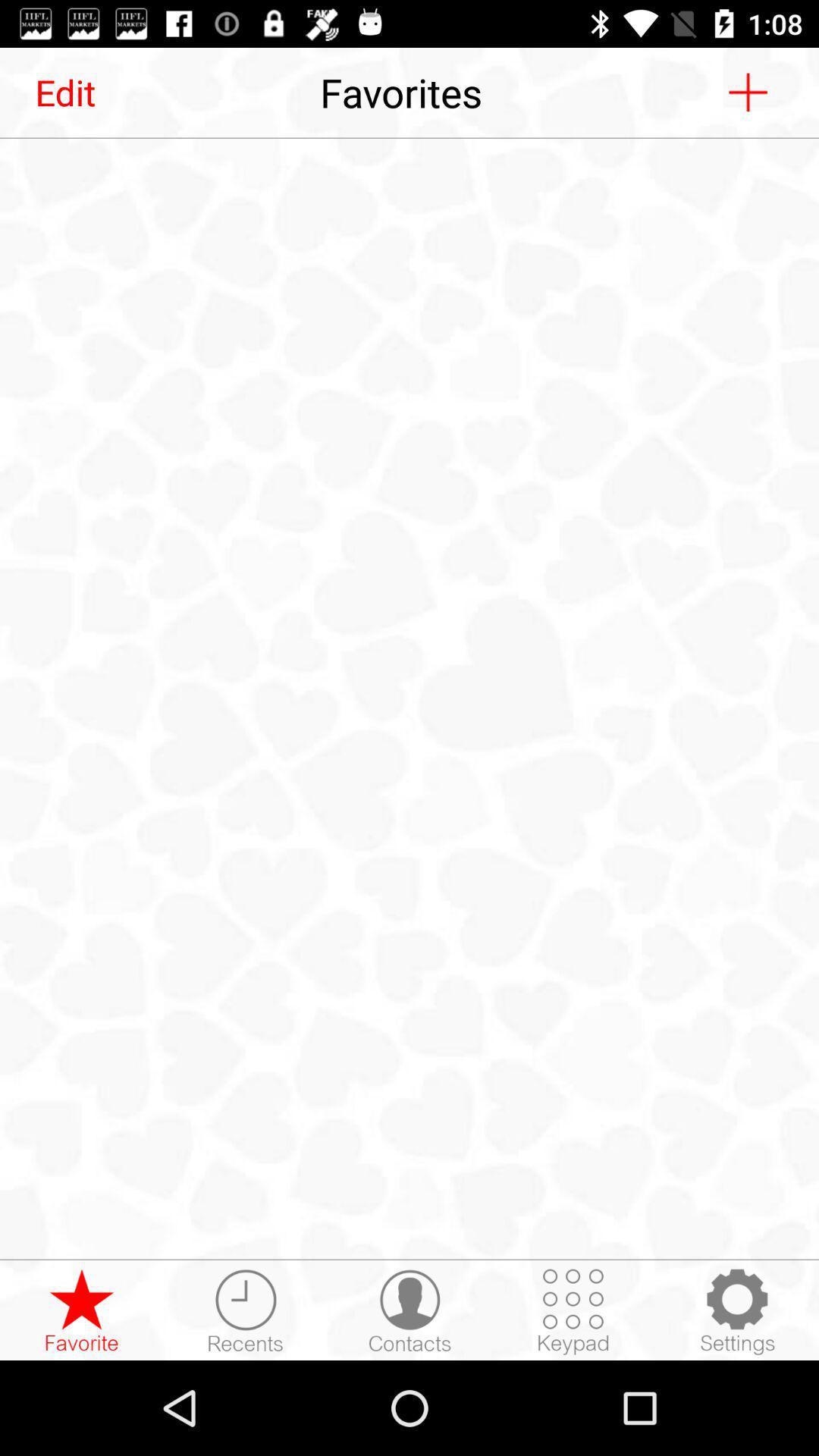 This screenshot has width=819, height=1456. What do you see at coordinates (82, 1310) in the screenshot?
I see `the star icon` at bounding box center [82, 1310].